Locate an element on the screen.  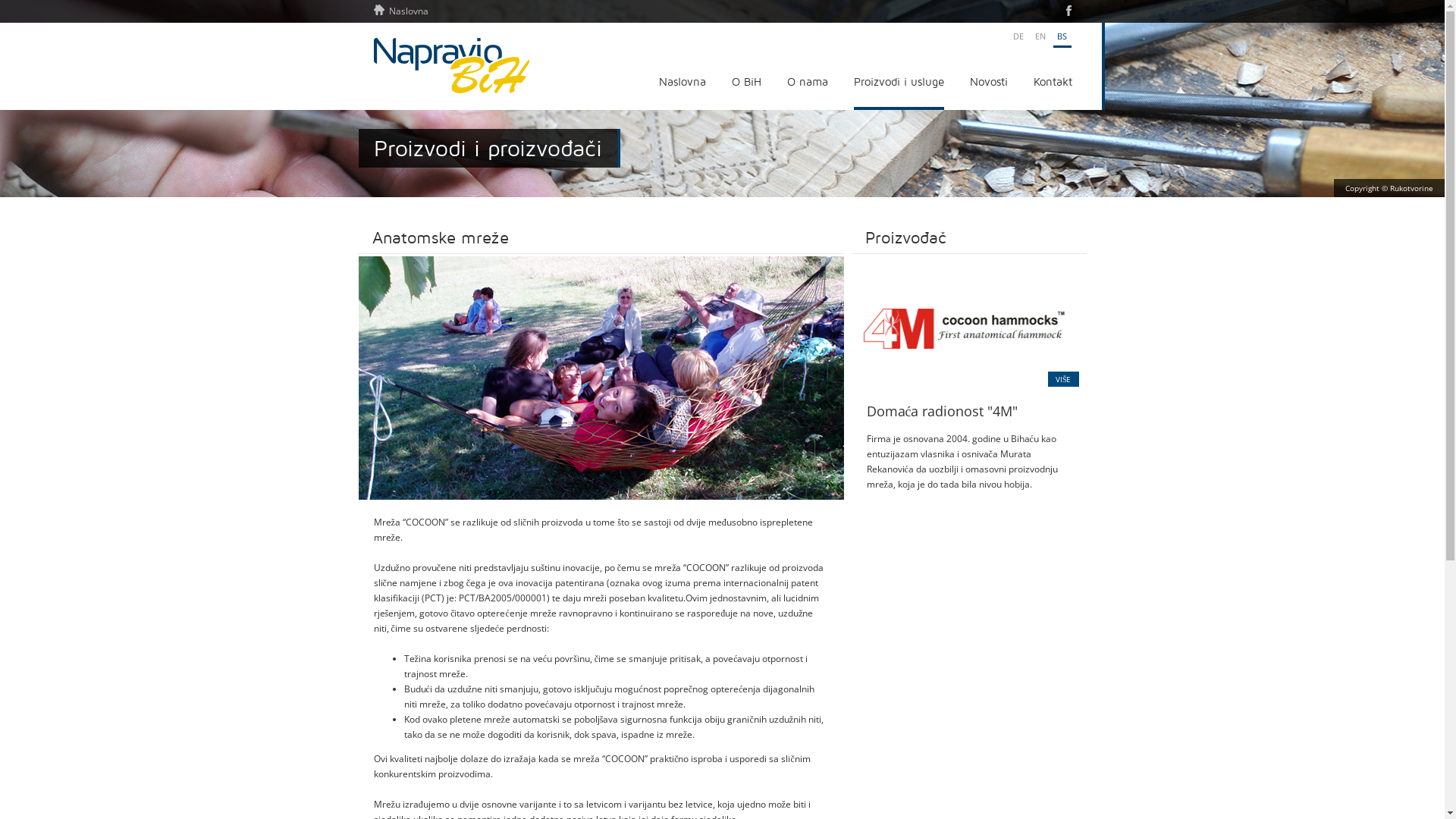
'EN' is located at coordinates (1040, 35).